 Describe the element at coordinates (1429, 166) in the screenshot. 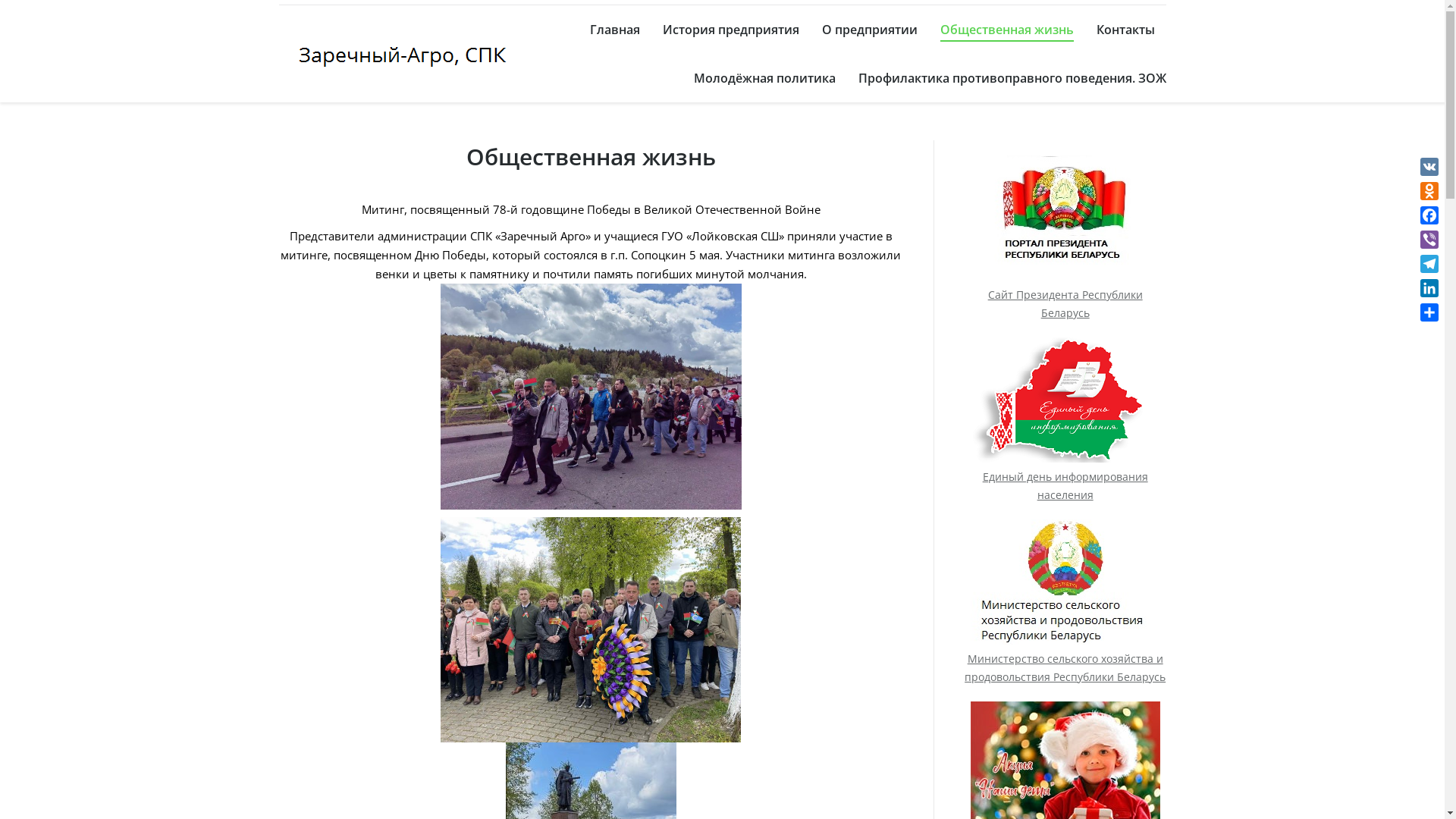

I see `'VK'` at that location.